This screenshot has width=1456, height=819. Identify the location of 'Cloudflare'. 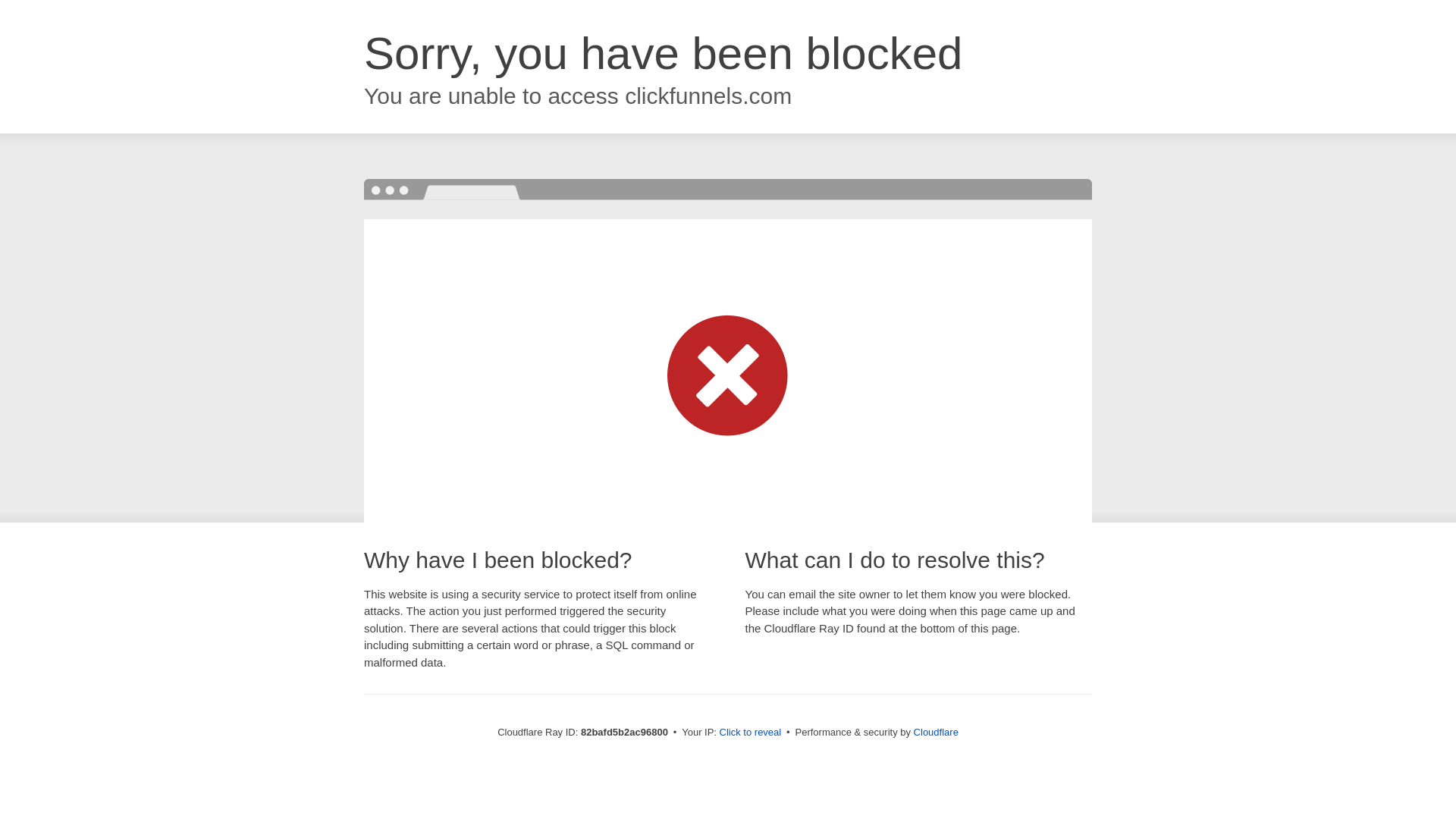
(912, 731).